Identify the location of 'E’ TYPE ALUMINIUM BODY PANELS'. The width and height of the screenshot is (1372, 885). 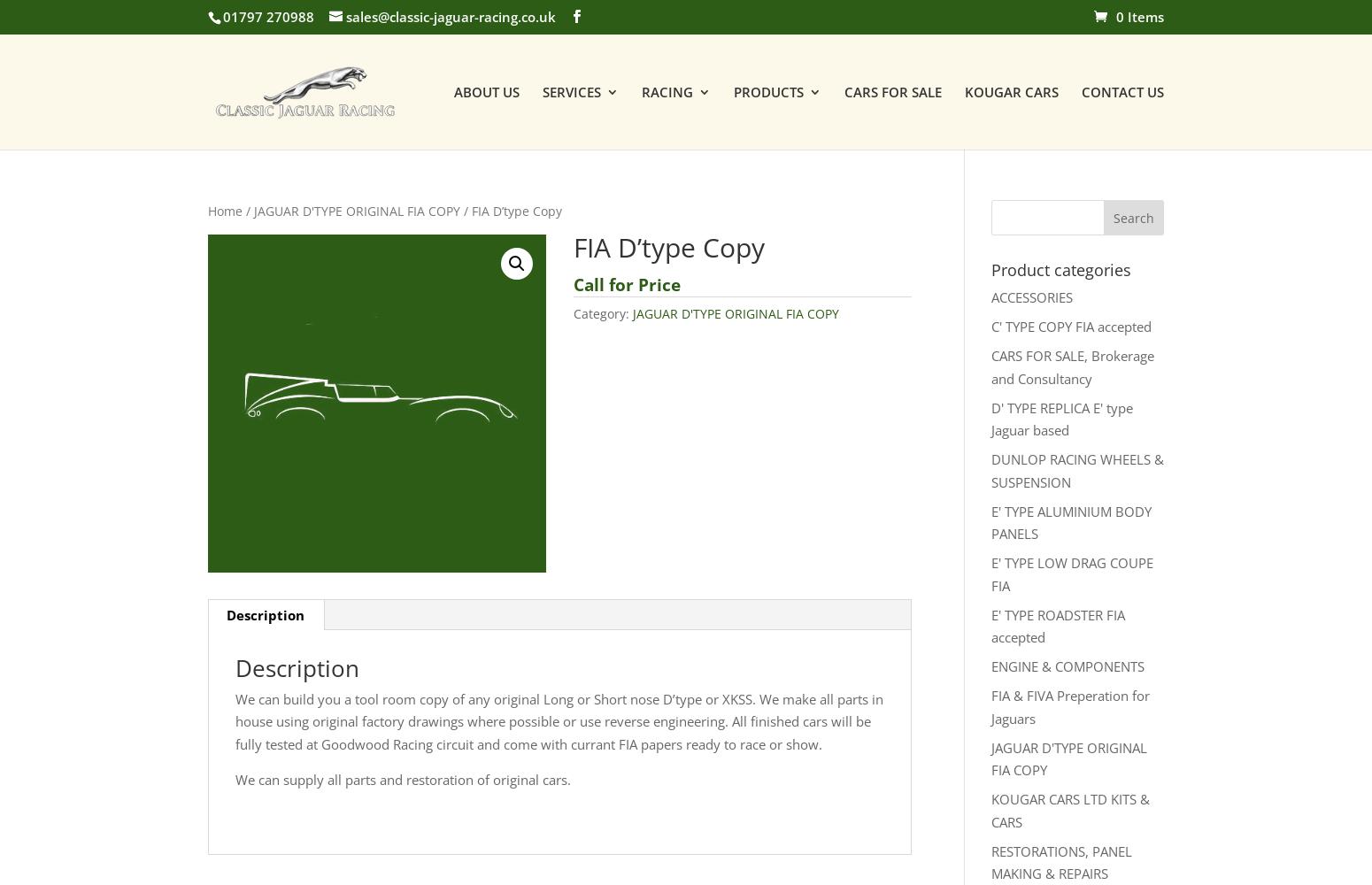
(873, 366).